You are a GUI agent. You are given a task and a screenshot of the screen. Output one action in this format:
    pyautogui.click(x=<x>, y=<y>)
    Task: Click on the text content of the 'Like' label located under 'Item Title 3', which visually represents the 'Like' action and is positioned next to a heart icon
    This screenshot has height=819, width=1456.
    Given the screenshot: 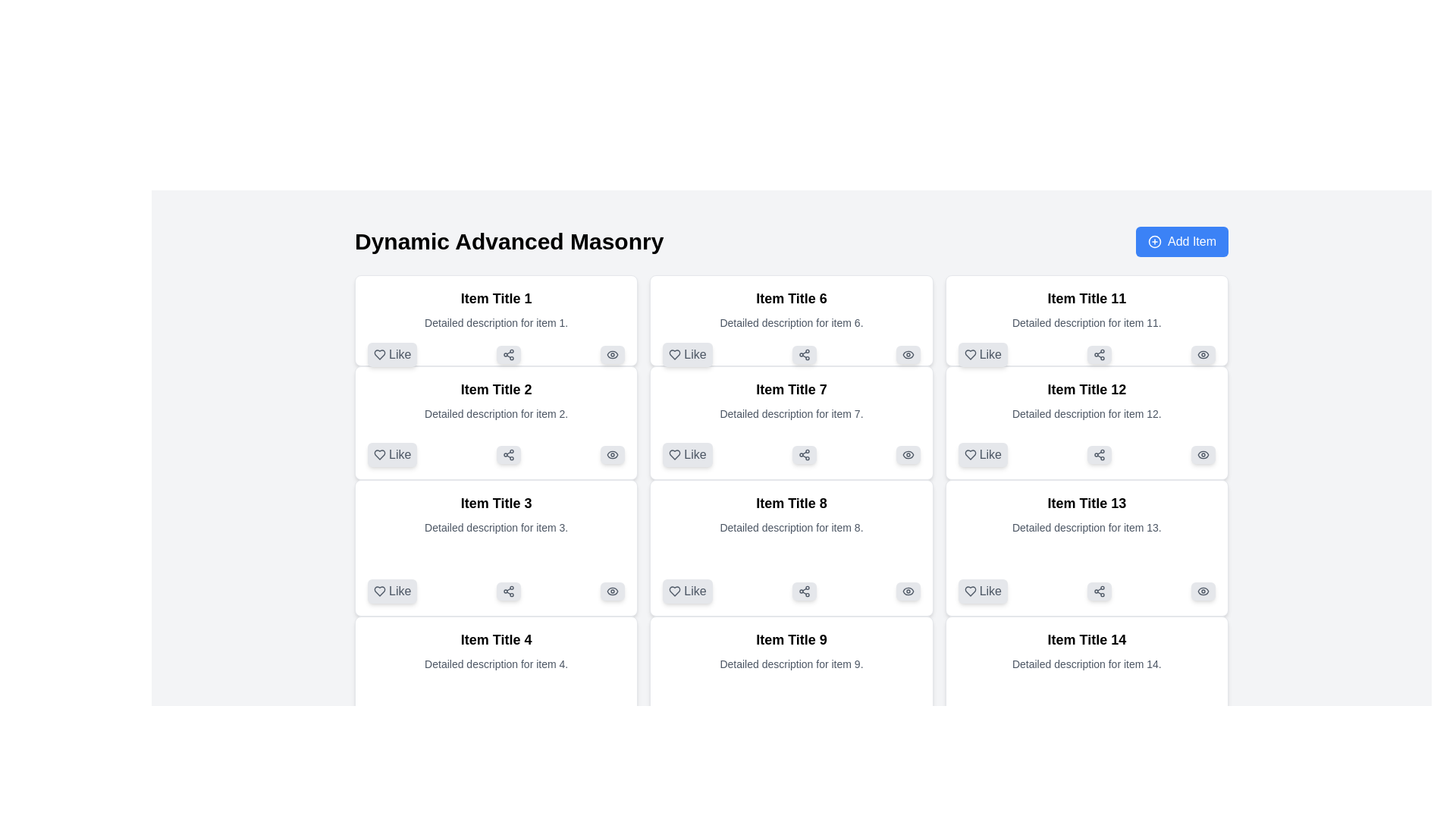 What is the action you would take?
    pyautogui.click(x=400, y=590)
    